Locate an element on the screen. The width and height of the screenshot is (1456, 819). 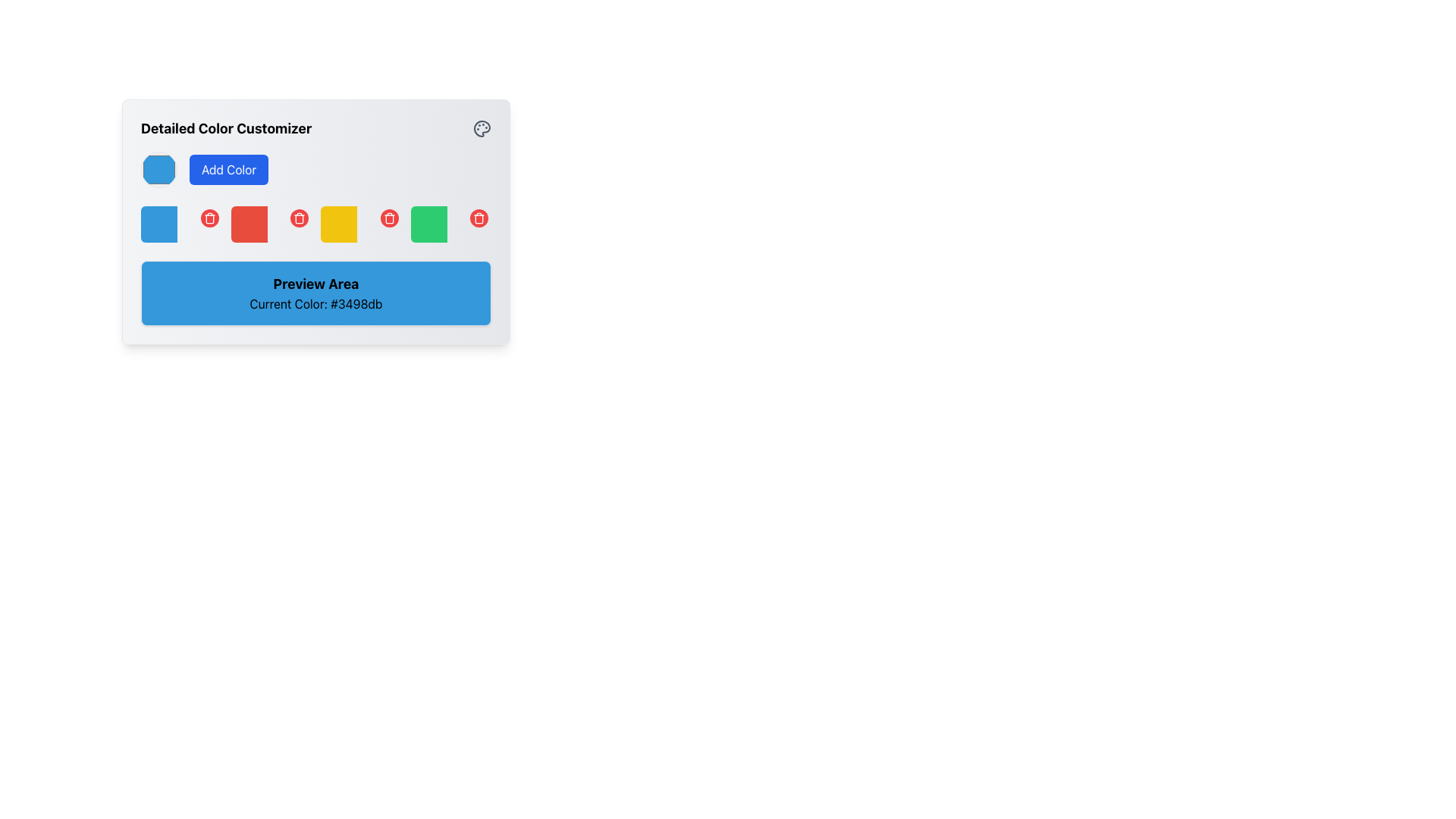
the bold text label 'Detailed Color Customizer' located at the top left of a light gray background card is located at coordinates (225, 127).